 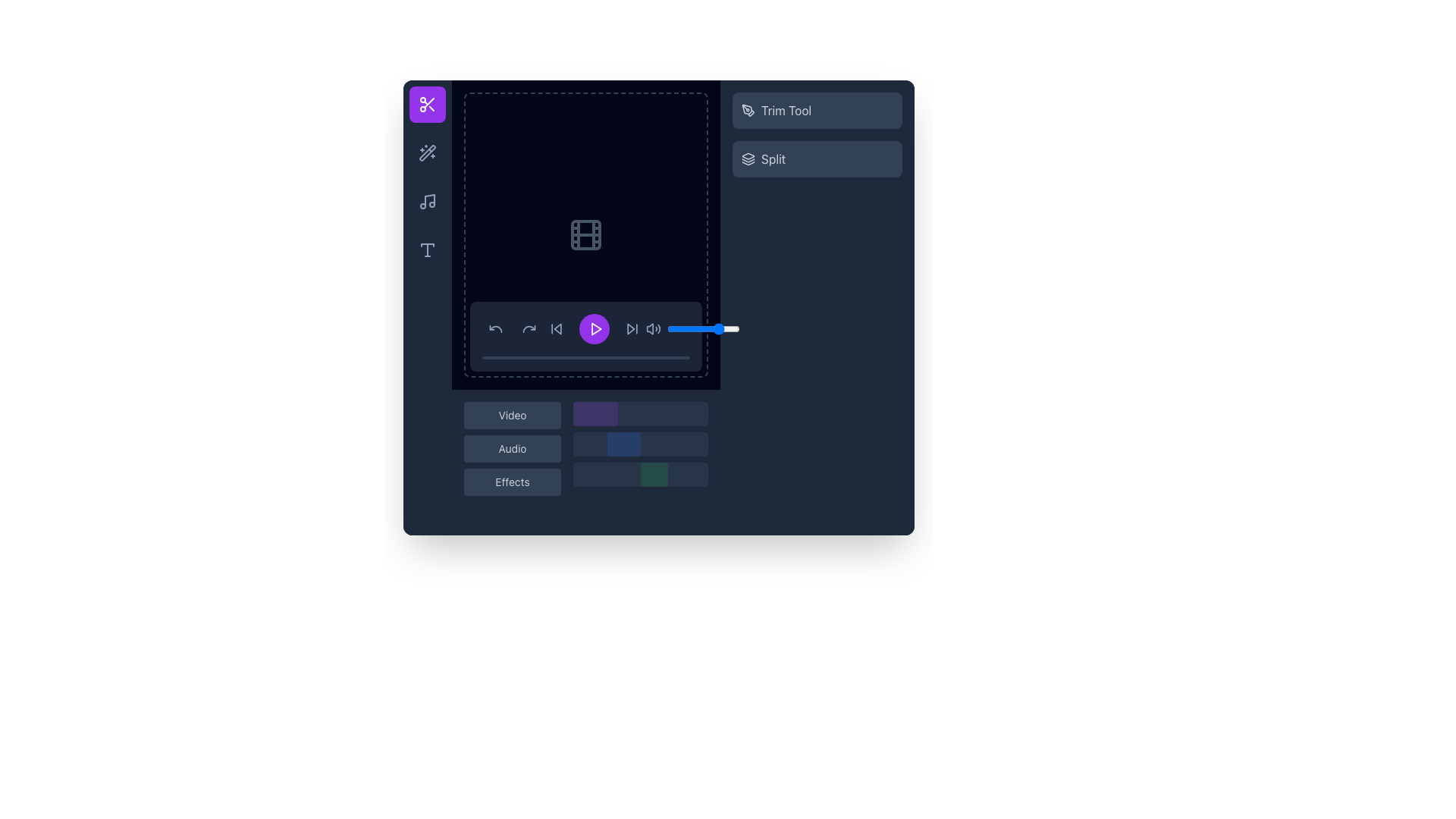 What do you see at coordinates (716, 328) in the screenshot?
I see `the slider value` at bounding box center [716, 328].